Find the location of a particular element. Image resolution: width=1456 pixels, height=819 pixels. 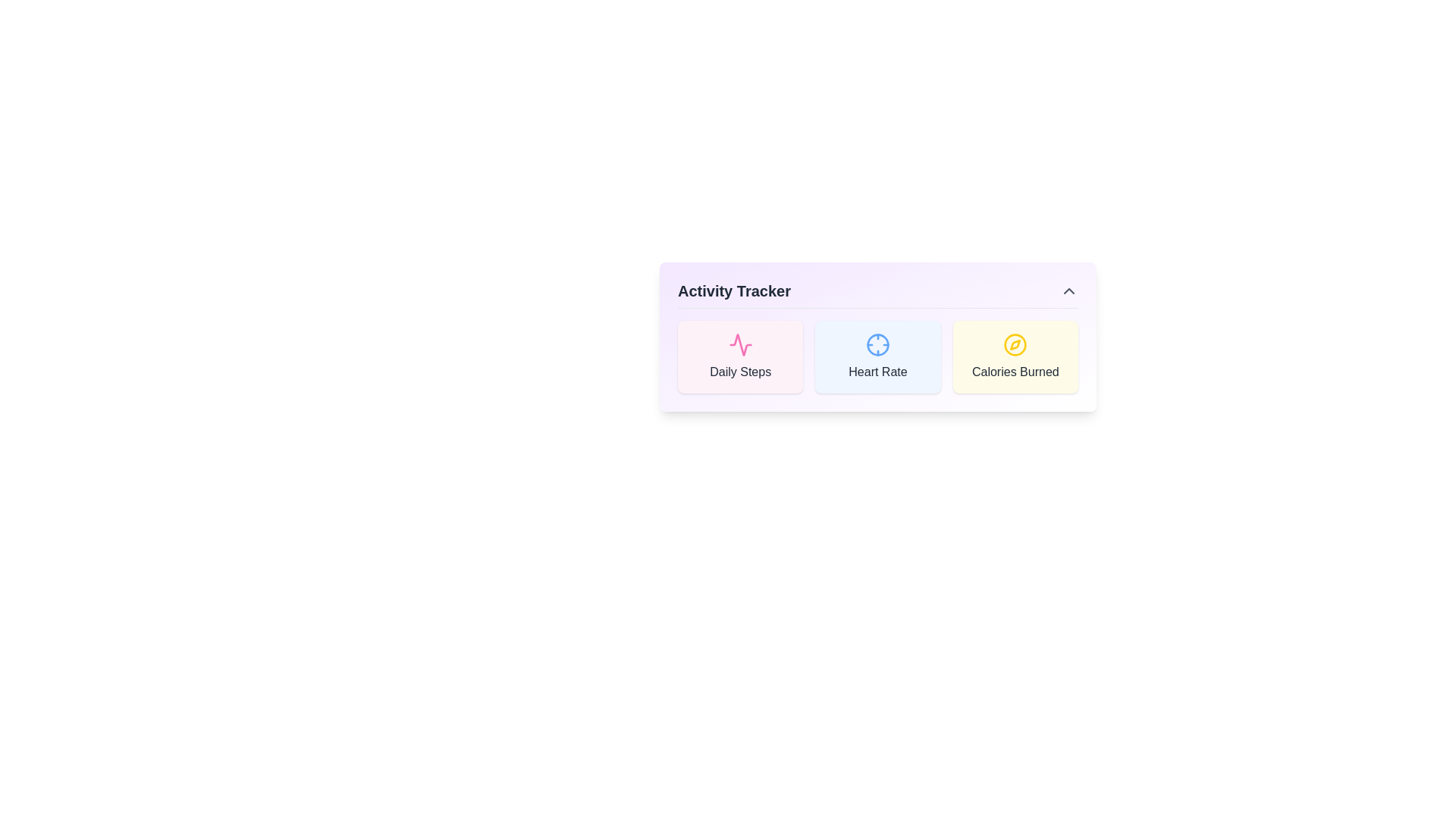

the heart rate tracking card, which is the second card in the 'Activity Tracker' group is located at coordinates (877, 356).